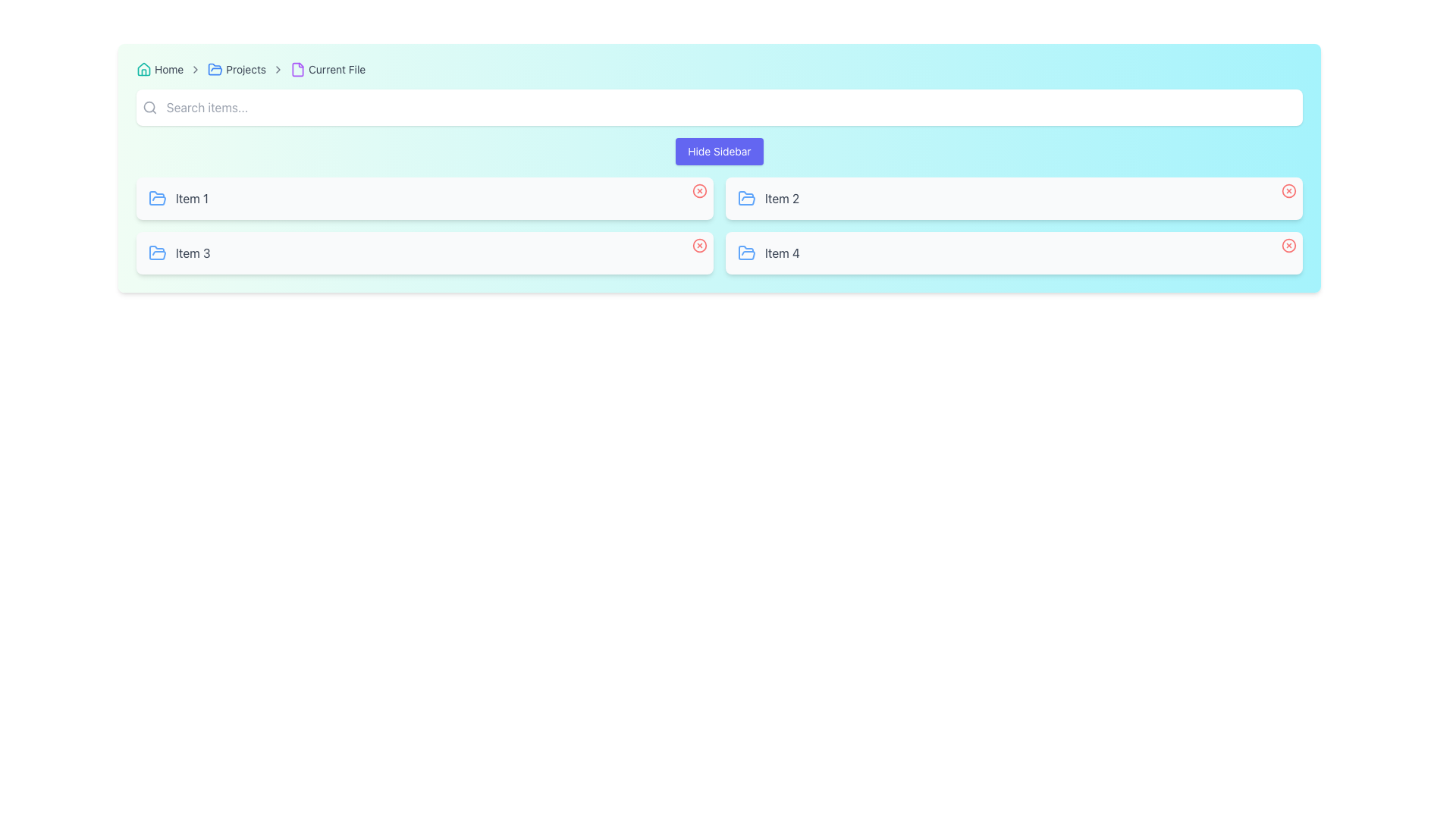  Describe the element at coordinates (144, 69) in the screenshot. I see `the lower segment of the teal house icon in the breadcrumb navigation at the top left of the interface` at that location.